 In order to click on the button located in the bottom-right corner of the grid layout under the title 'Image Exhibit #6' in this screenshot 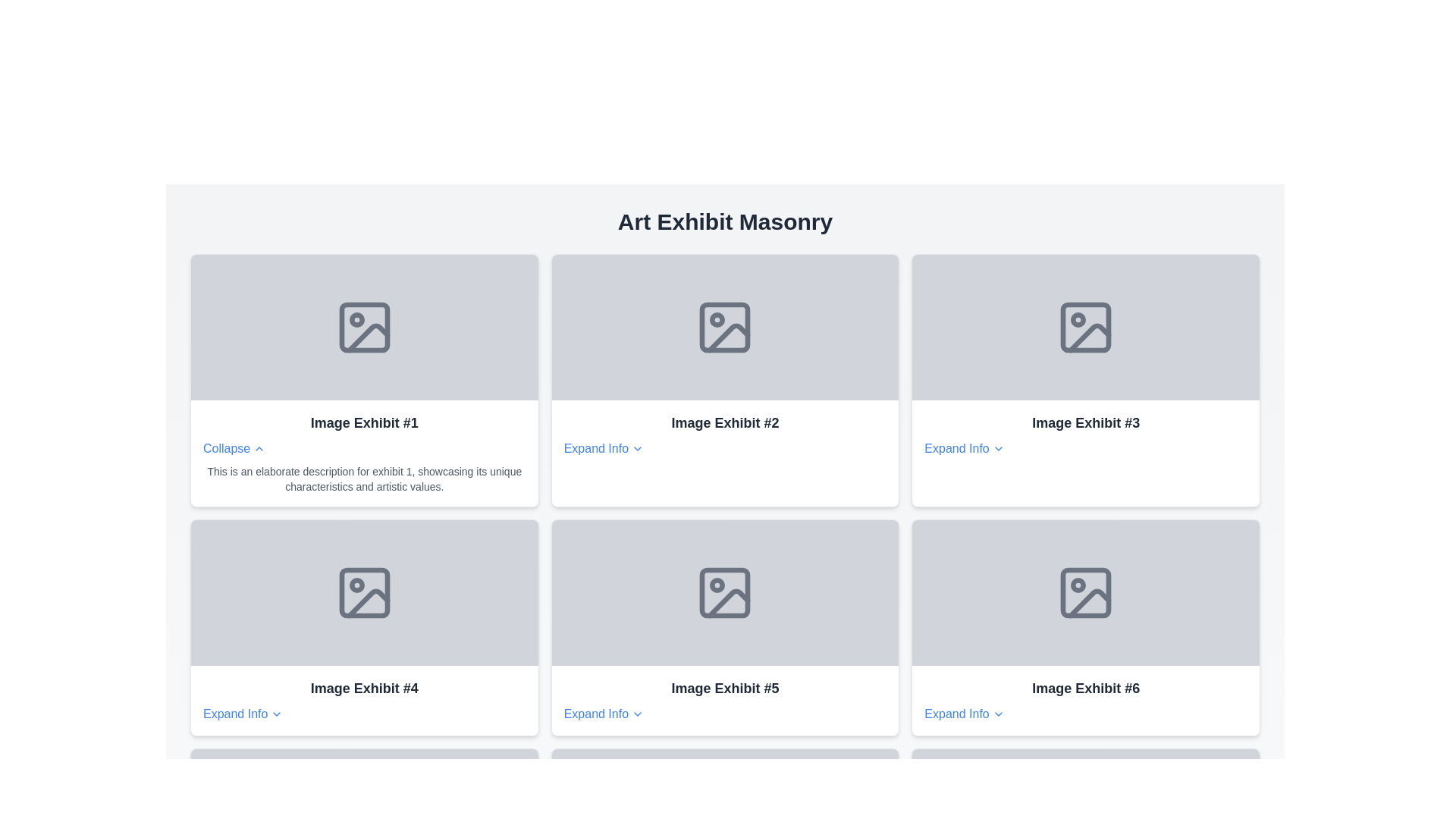, I will do `click(964, 714)`.